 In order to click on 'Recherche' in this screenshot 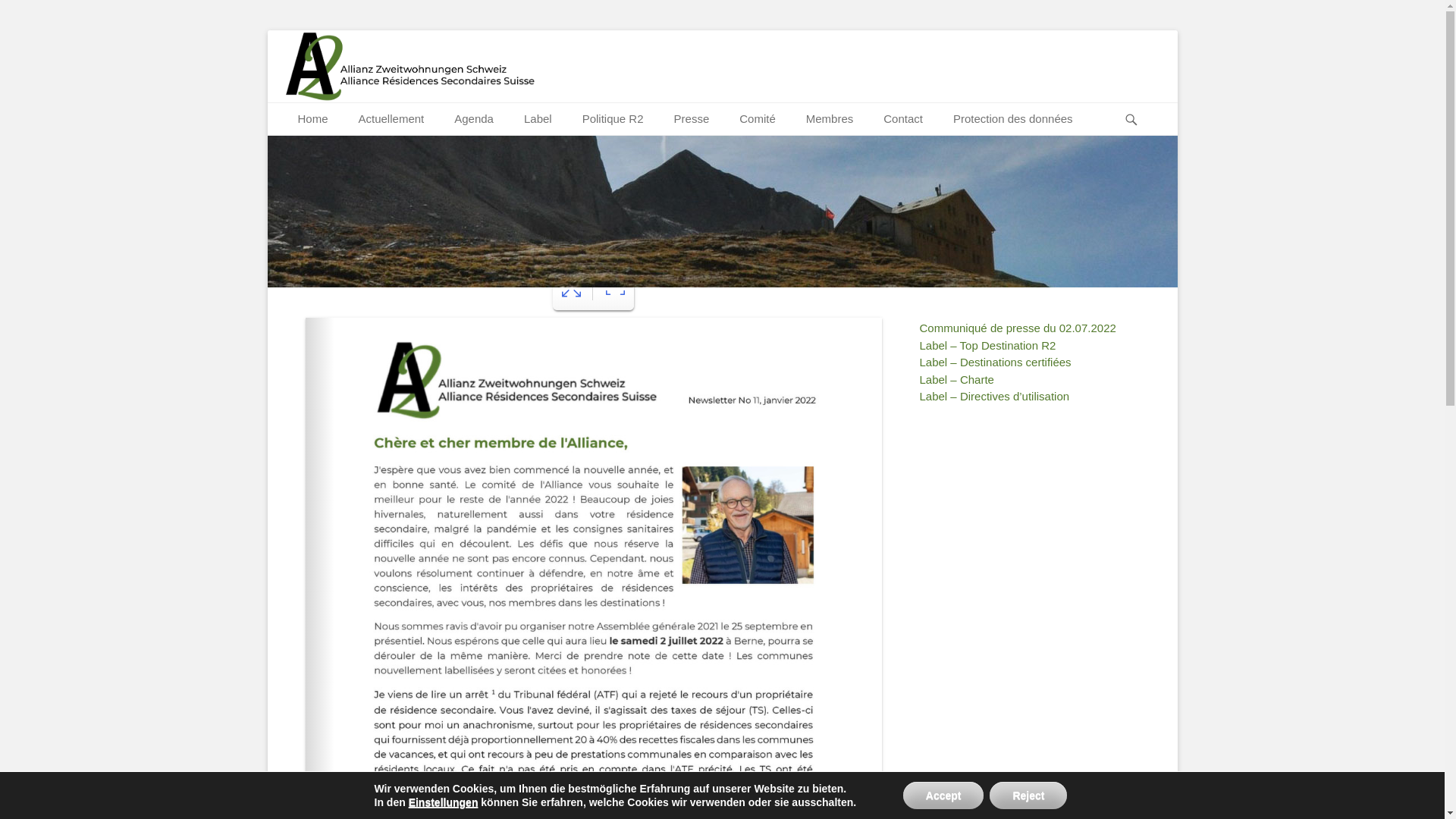, I will do `click(1139, 102)`.